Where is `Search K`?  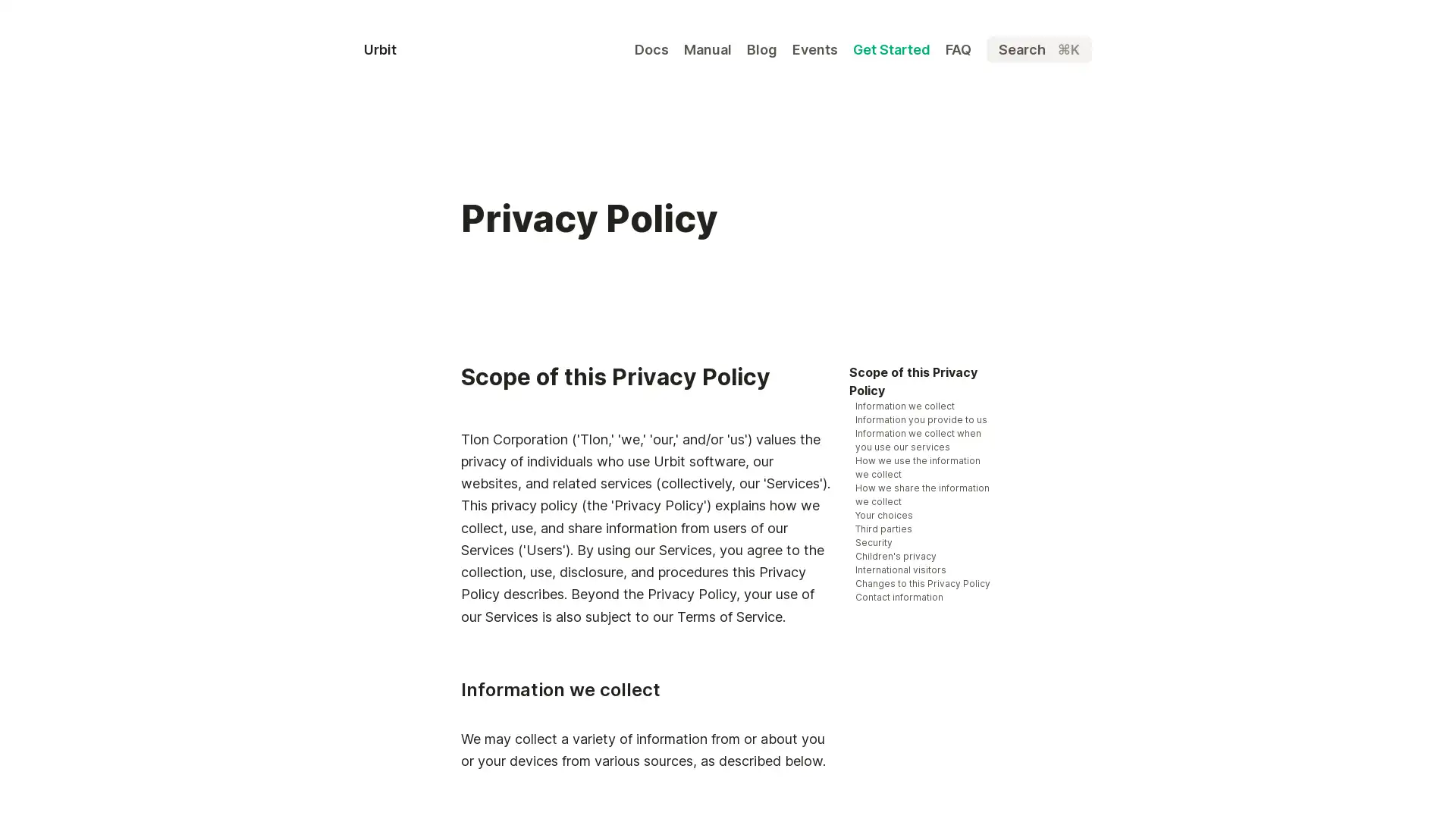
Search K is located at coordinates (1038, 49).